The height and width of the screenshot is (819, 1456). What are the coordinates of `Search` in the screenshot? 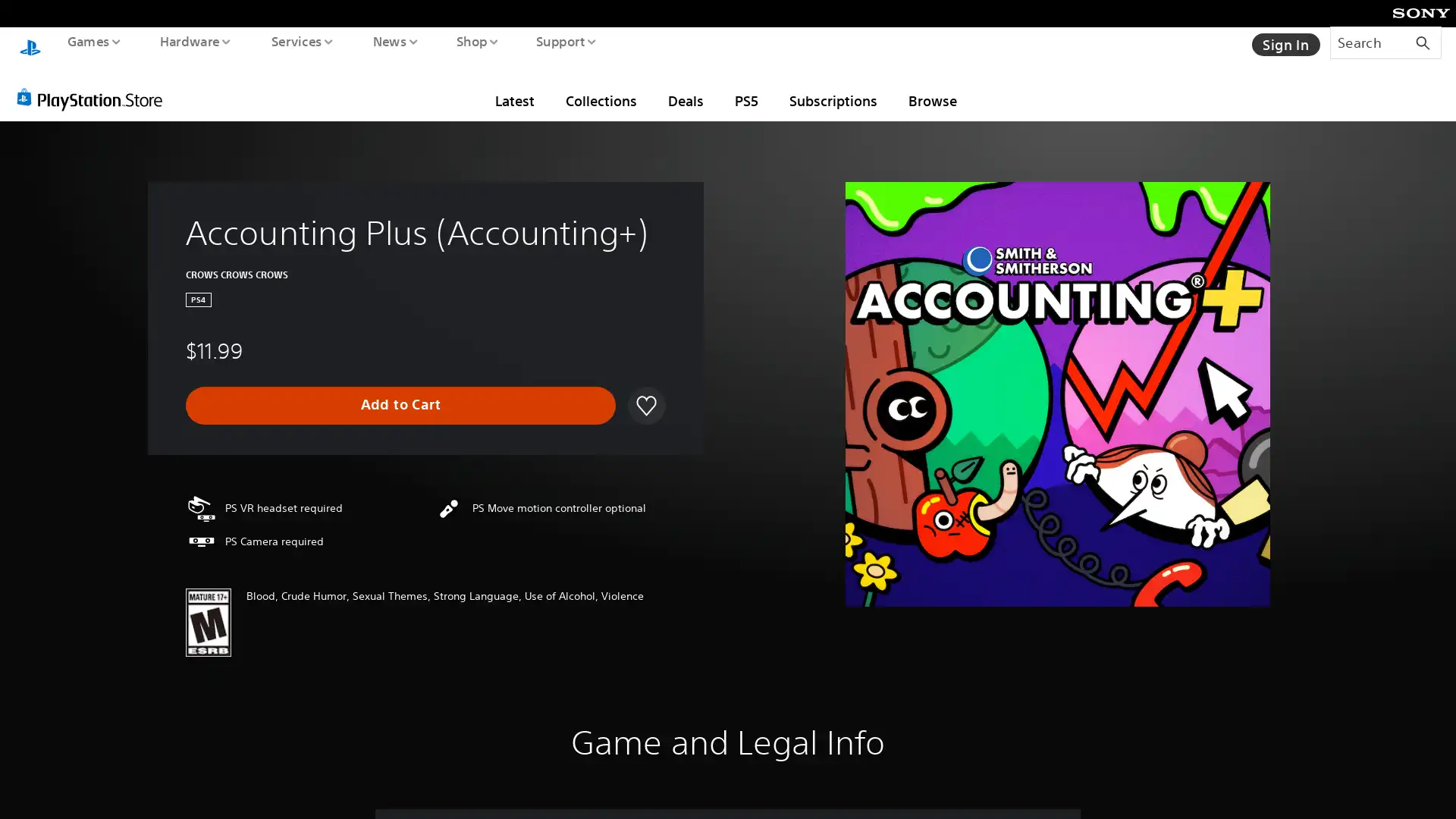 It's located at (1385, 42).